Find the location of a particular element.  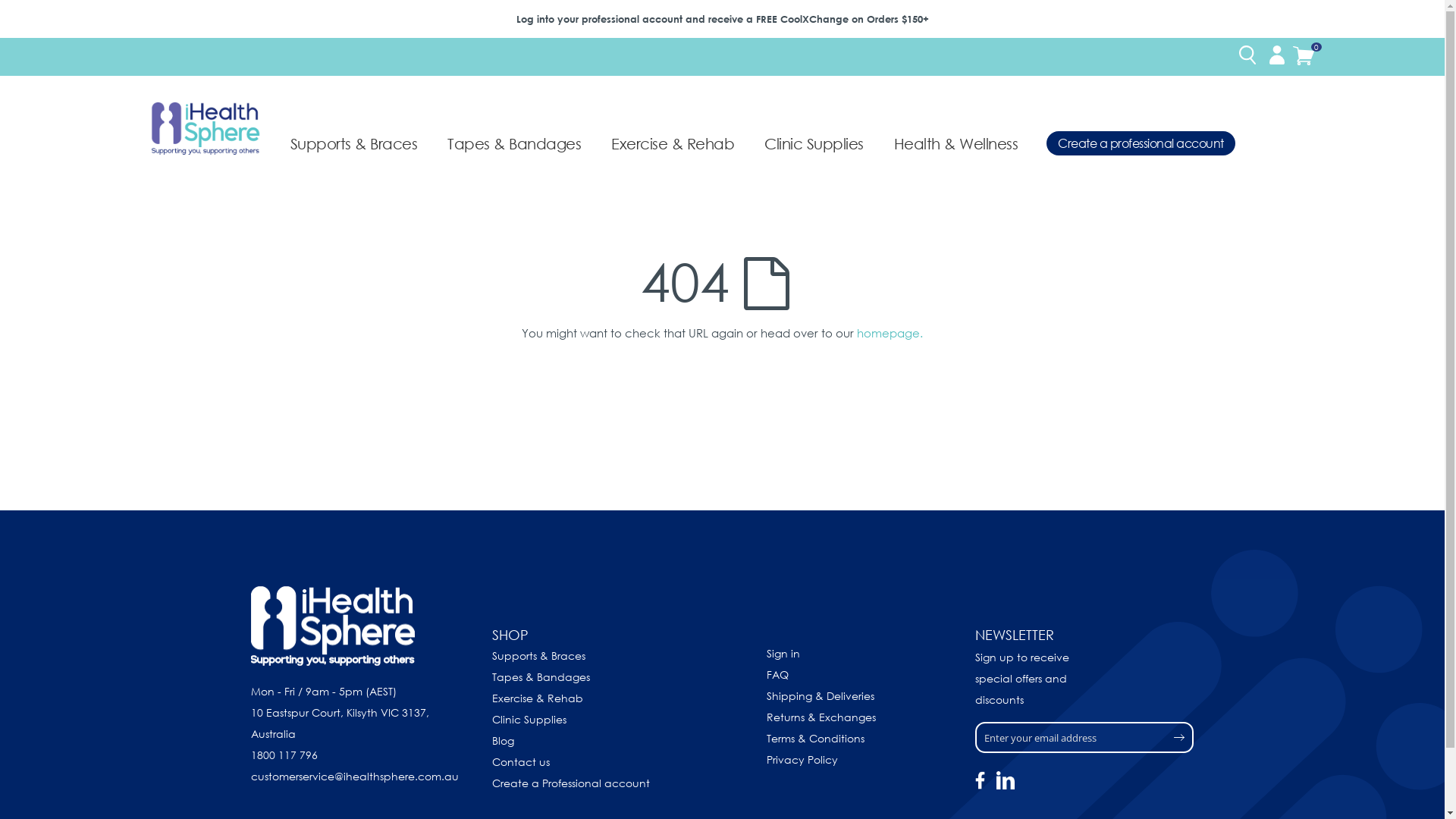

'homepage.' is located at coordinates (890, 332).